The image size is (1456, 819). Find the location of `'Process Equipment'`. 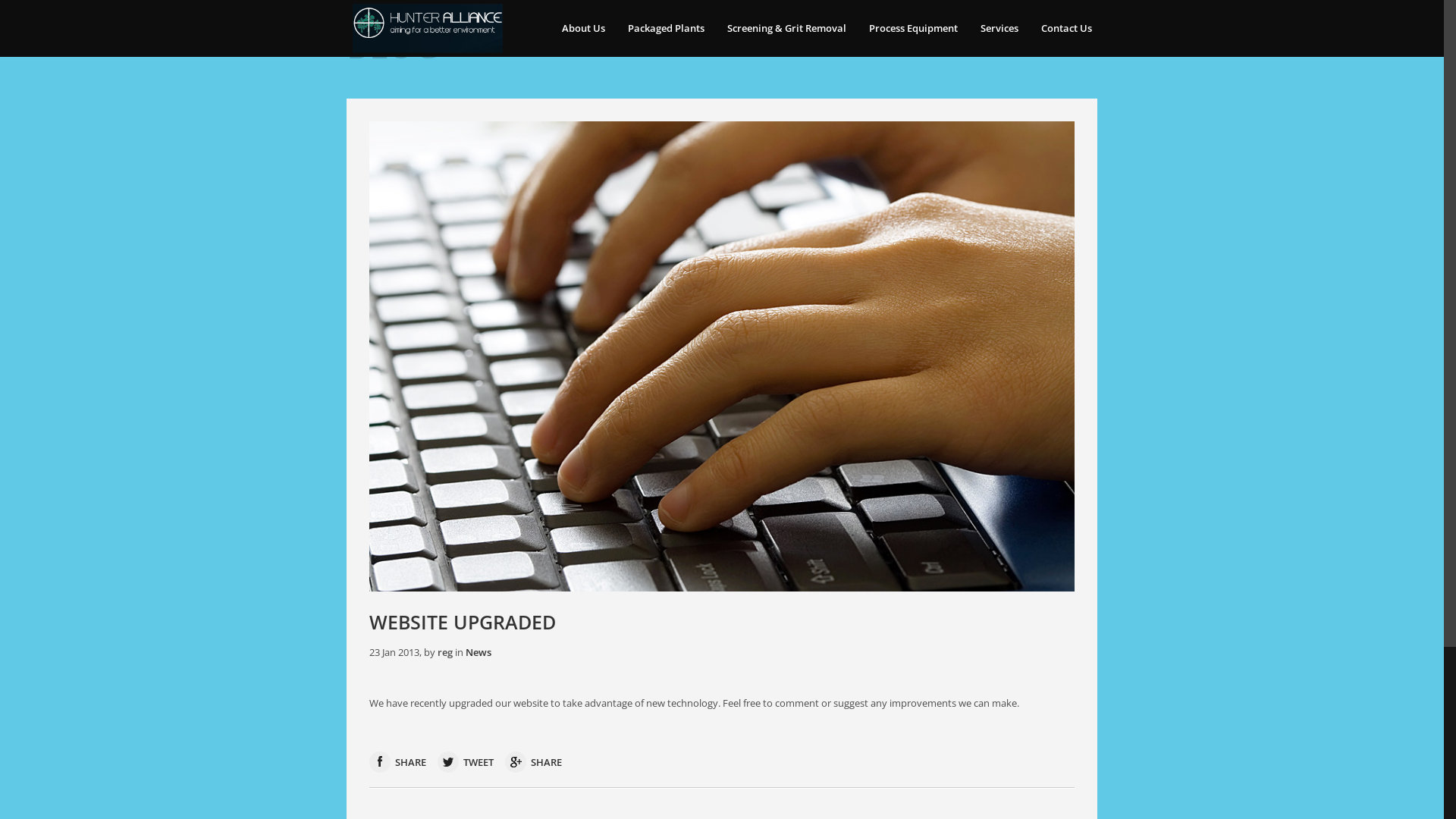

'Process Equipment' is located at coordinates (912, 28).